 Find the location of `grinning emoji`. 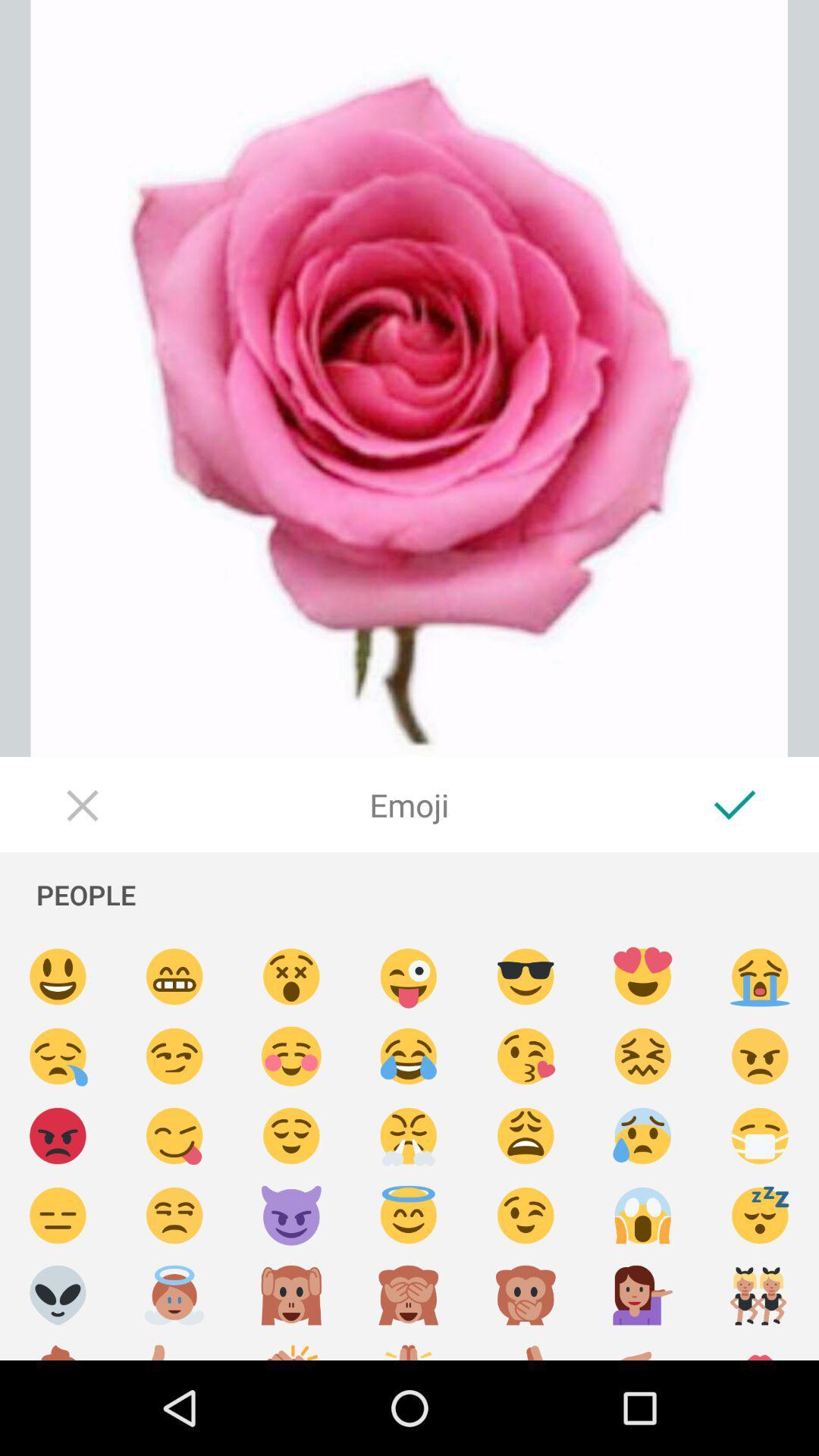

grinning emoji is located at coordinates (174, 977).